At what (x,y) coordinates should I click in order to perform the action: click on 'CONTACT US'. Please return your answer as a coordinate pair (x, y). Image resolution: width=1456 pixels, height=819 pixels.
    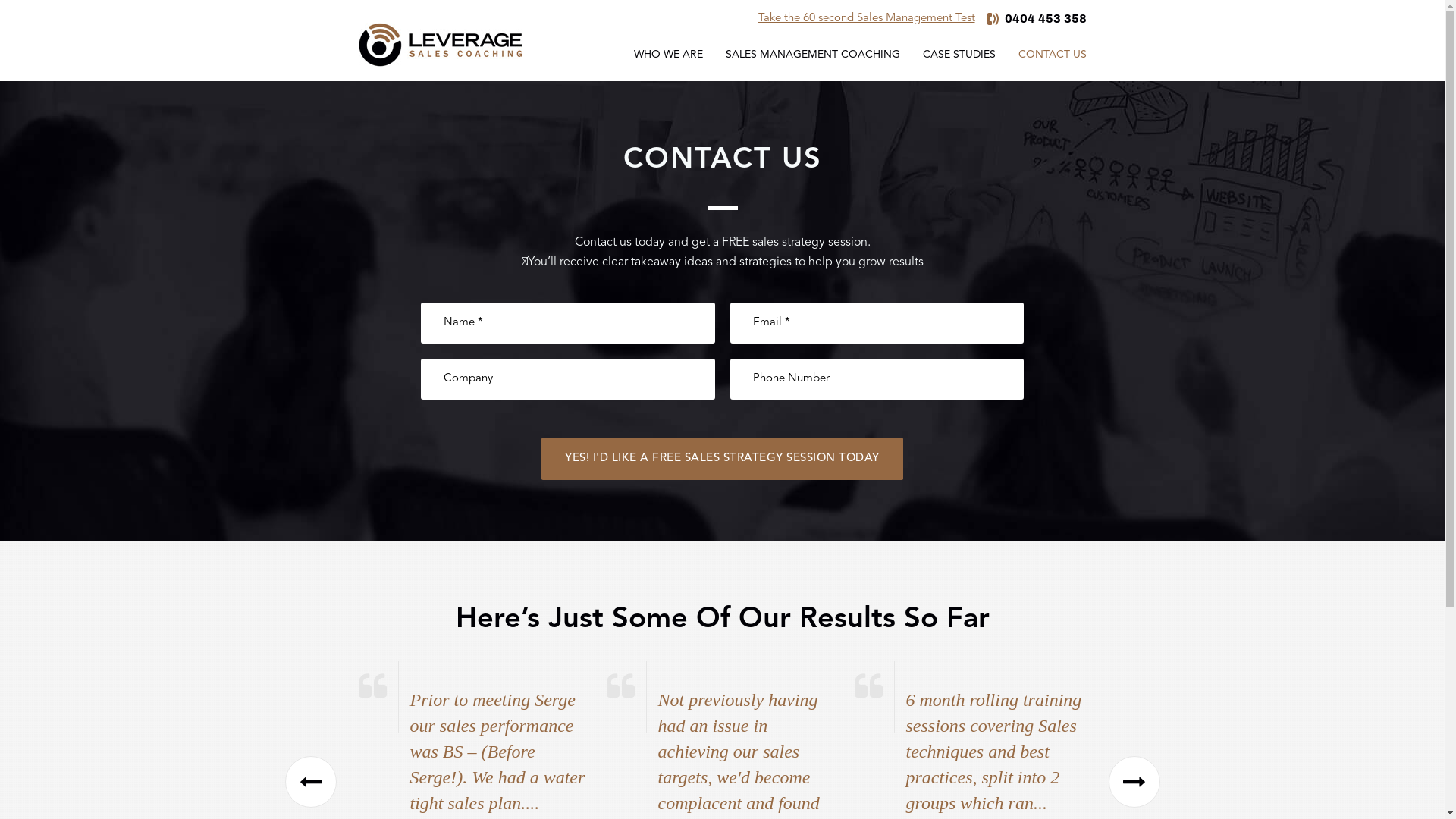
    Looking at the image, I should click on (1051, 54).